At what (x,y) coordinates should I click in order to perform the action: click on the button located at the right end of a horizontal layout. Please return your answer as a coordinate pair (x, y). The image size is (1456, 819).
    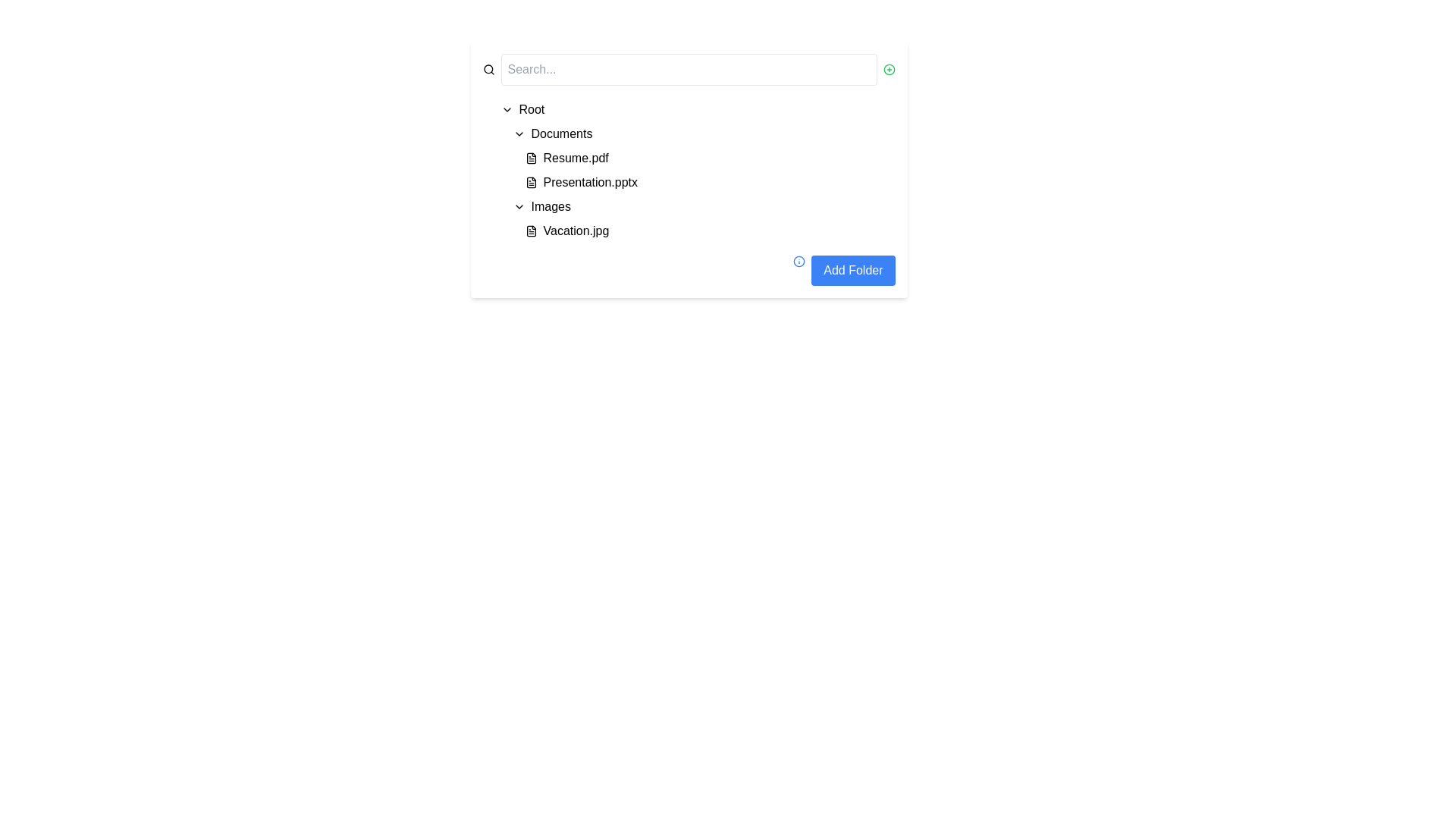
    Looking at the image, I should click on (889, 70).